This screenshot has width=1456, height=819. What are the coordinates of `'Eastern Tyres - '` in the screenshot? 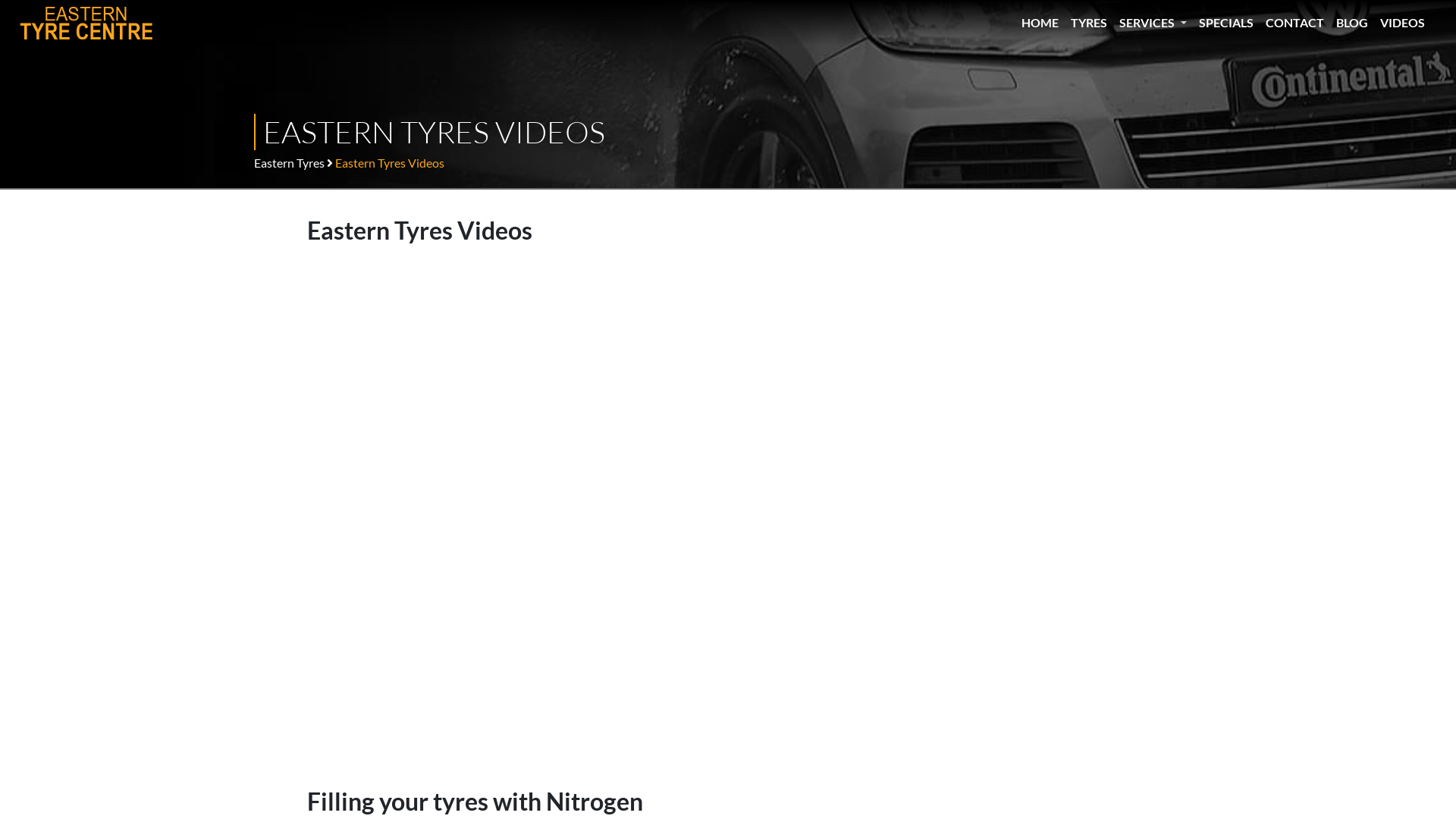 It's located at (86, 23).